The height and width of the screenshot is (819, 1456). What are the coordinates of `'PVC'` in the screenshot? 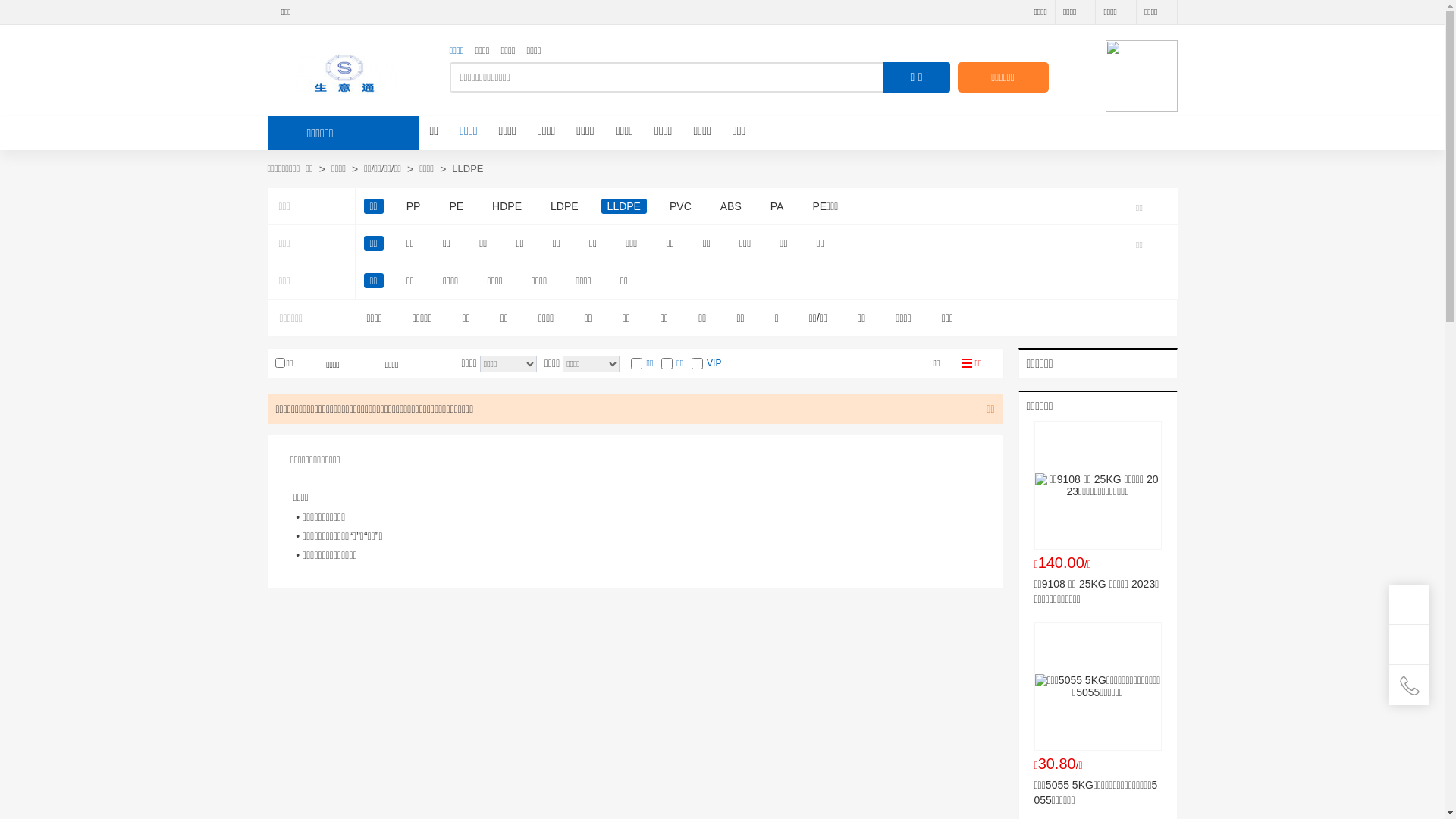 It's located at (679, 206).